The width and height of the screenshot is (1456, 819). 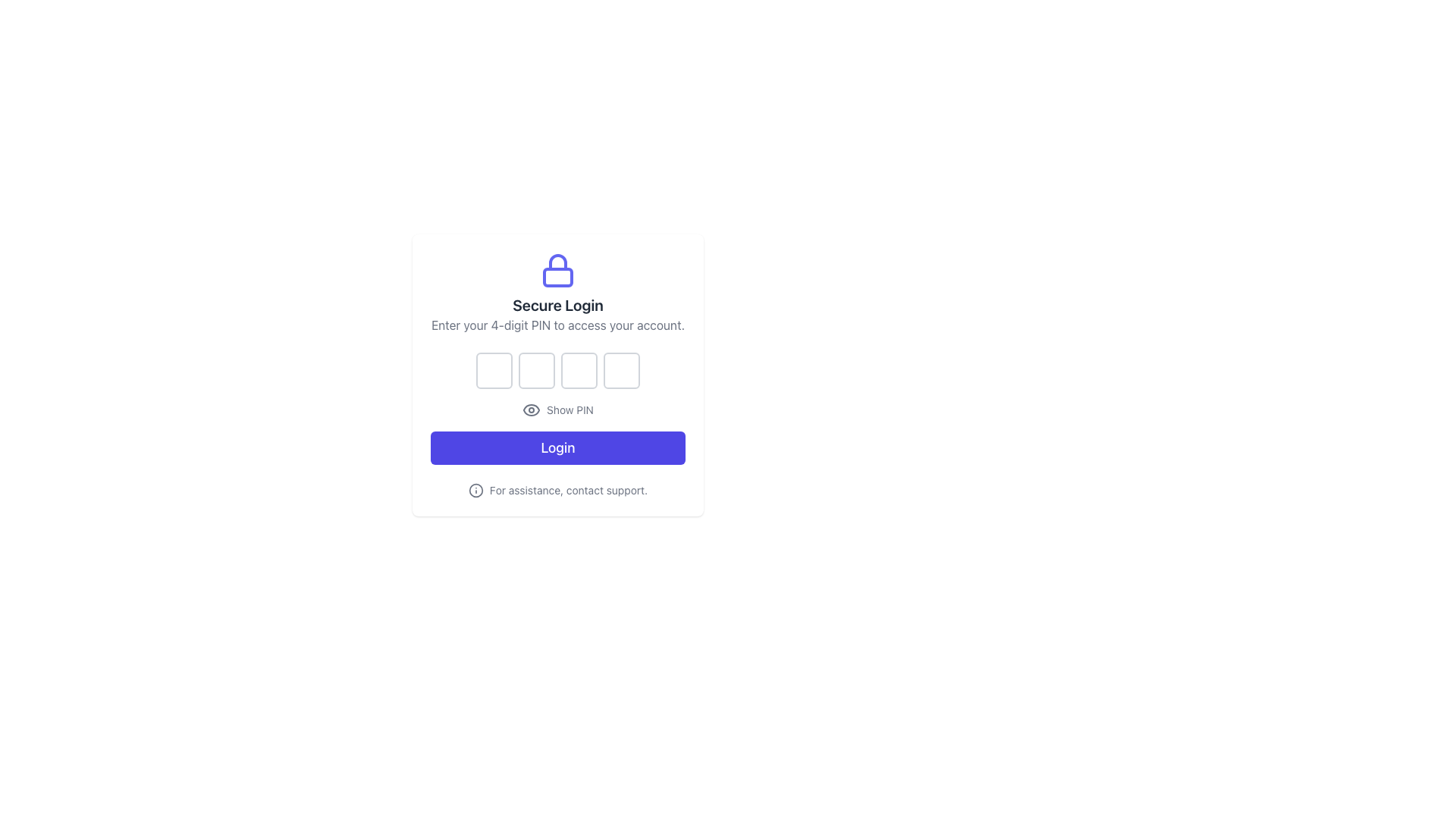 I want to click on text content of the Text Label stating 'For assistance, contact support.' located at the bottom part of the login interface, styled in gray and positioned to the right of an informational icon, so click(x=567, y=491).